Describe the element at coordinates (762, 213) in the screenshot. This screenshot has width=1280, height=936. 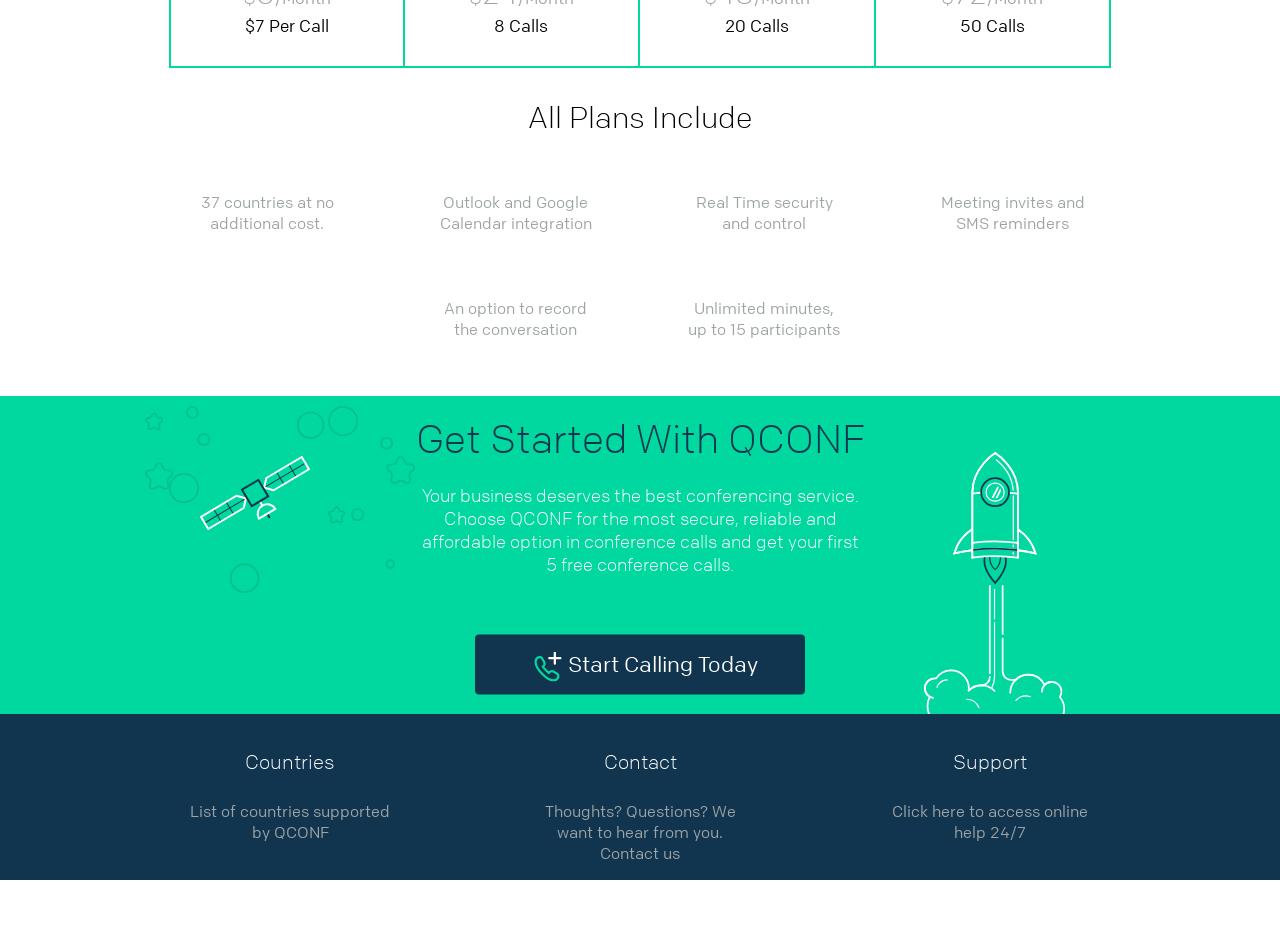
I see `'Real Time security and control'` at that location.